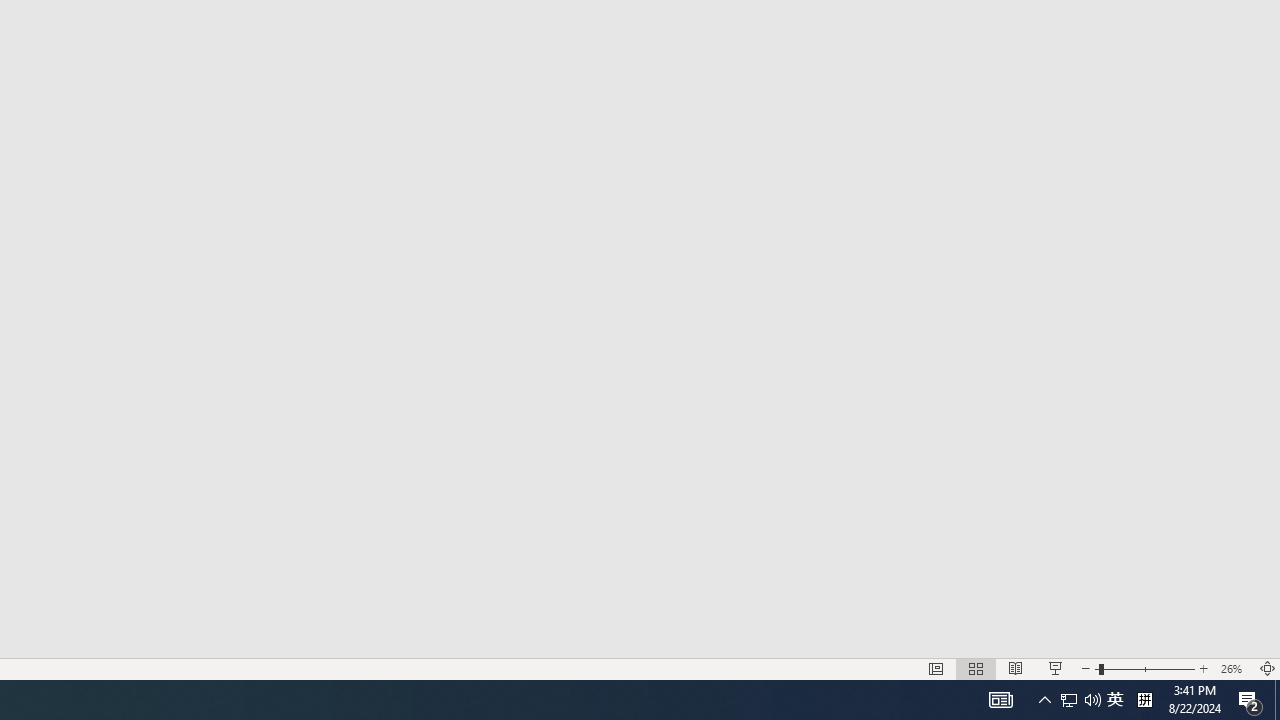  Describe the element at coordinates (1203, 669) in the screenshot. I see `'Zoom In'` at that location.